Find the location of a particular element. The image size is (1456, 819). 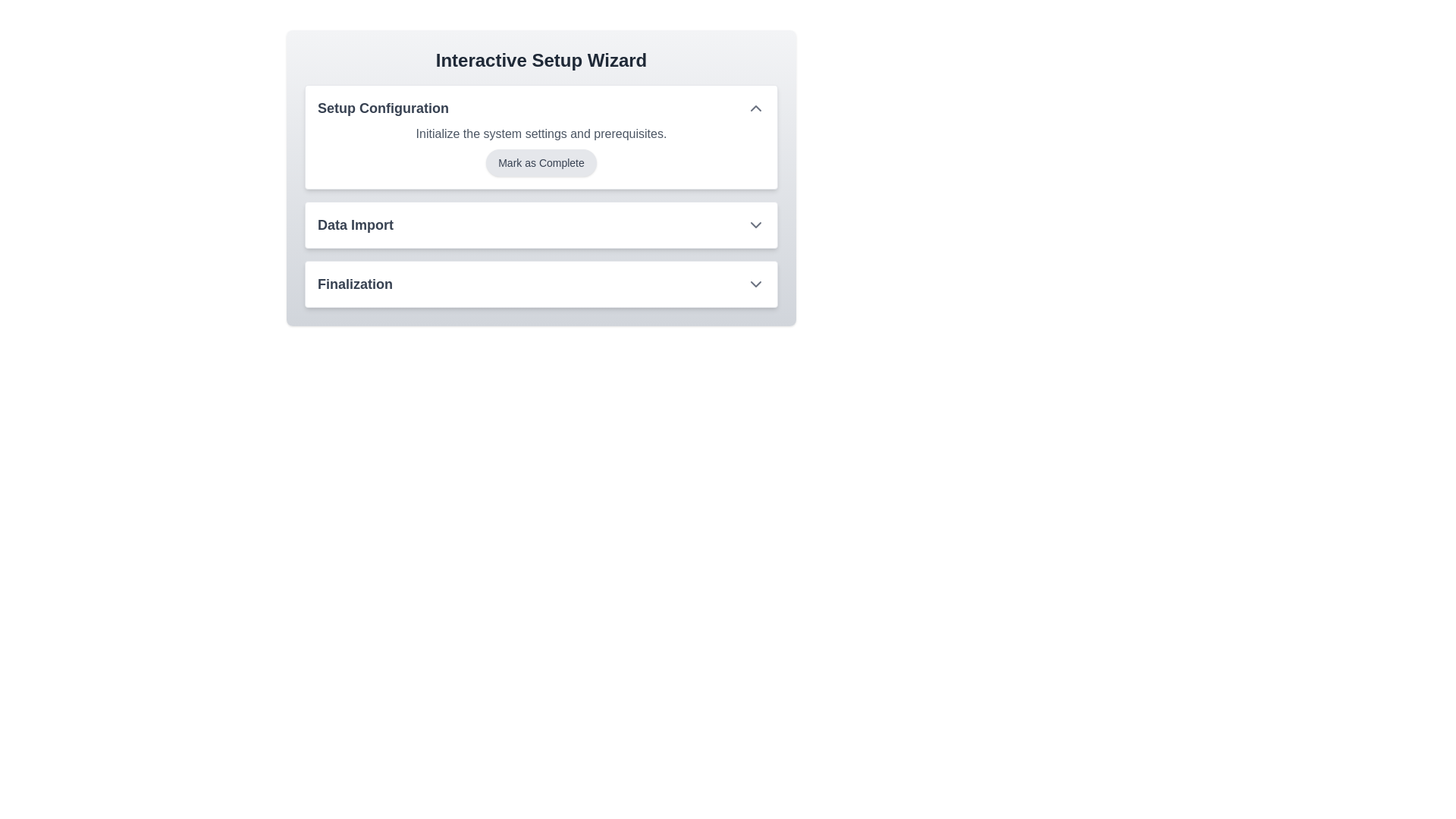

the upward-pointing chevron icon button located in the 'Setup Configuration' section, positioned at the top-right corner of the section's header is located at coordinates (756, 107).